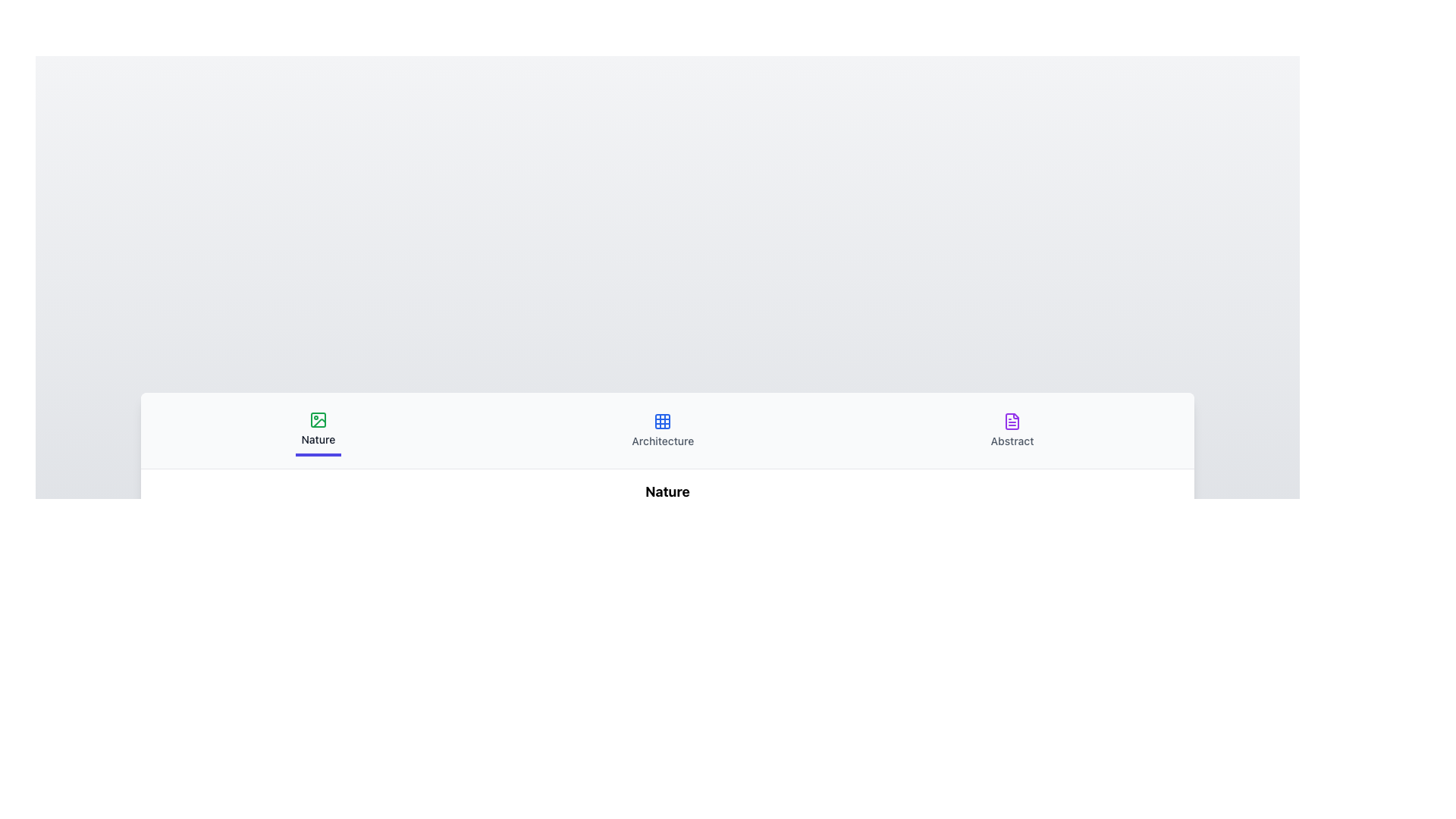 This screenshot has width=1456, height=819. I want to click on the blue rounded icon representing the 'Architecture' tab, which is positioned centrally between 'Nature' and 'Abstract' in the tab arrangement, so click(663, 421).